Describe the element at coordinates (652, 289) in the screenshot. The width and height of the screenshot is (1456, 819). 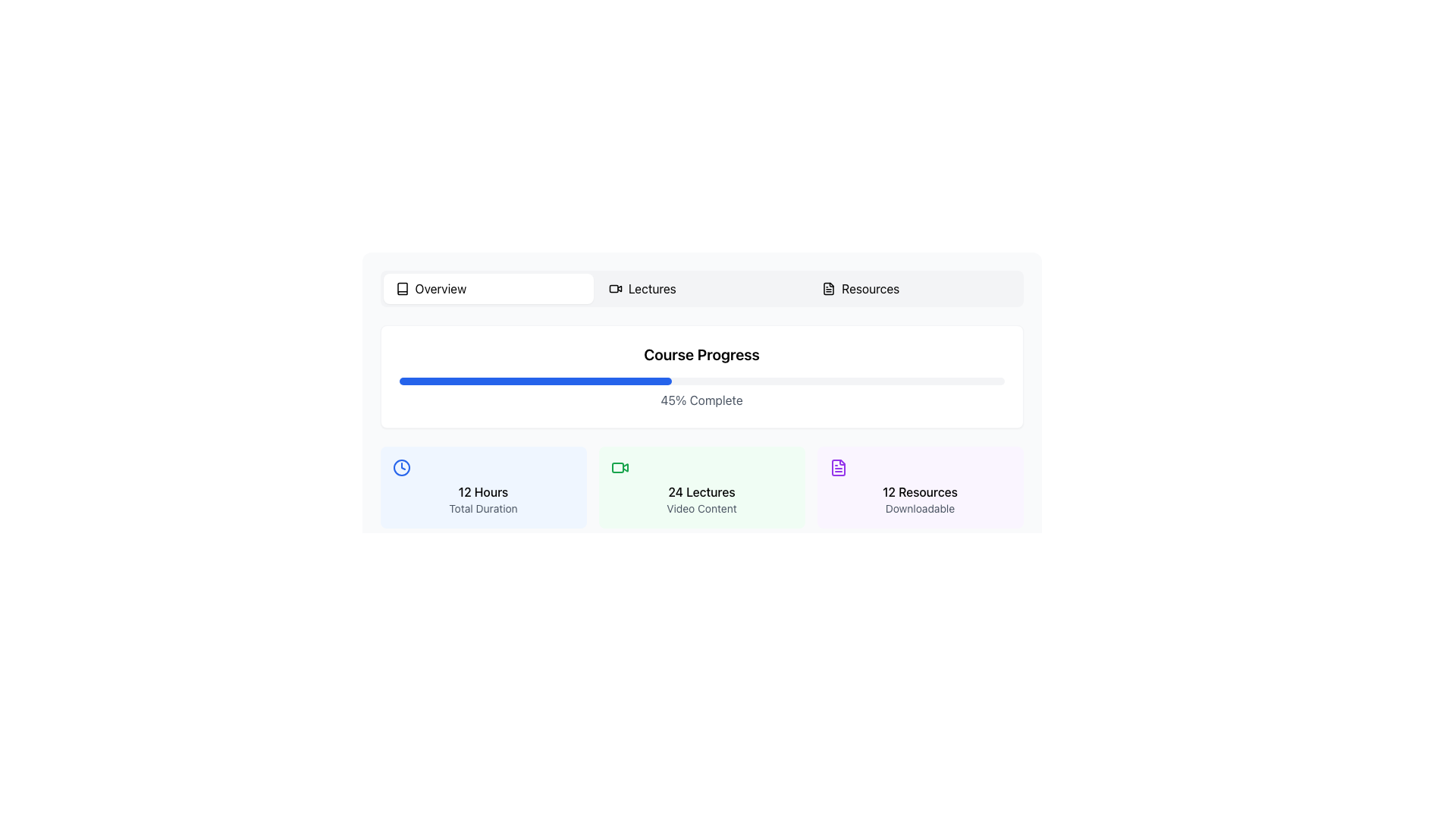
I see `the 'Lectures' label located on the header bar, positioned between the 'Overview' and 'Resources' options` at that location.